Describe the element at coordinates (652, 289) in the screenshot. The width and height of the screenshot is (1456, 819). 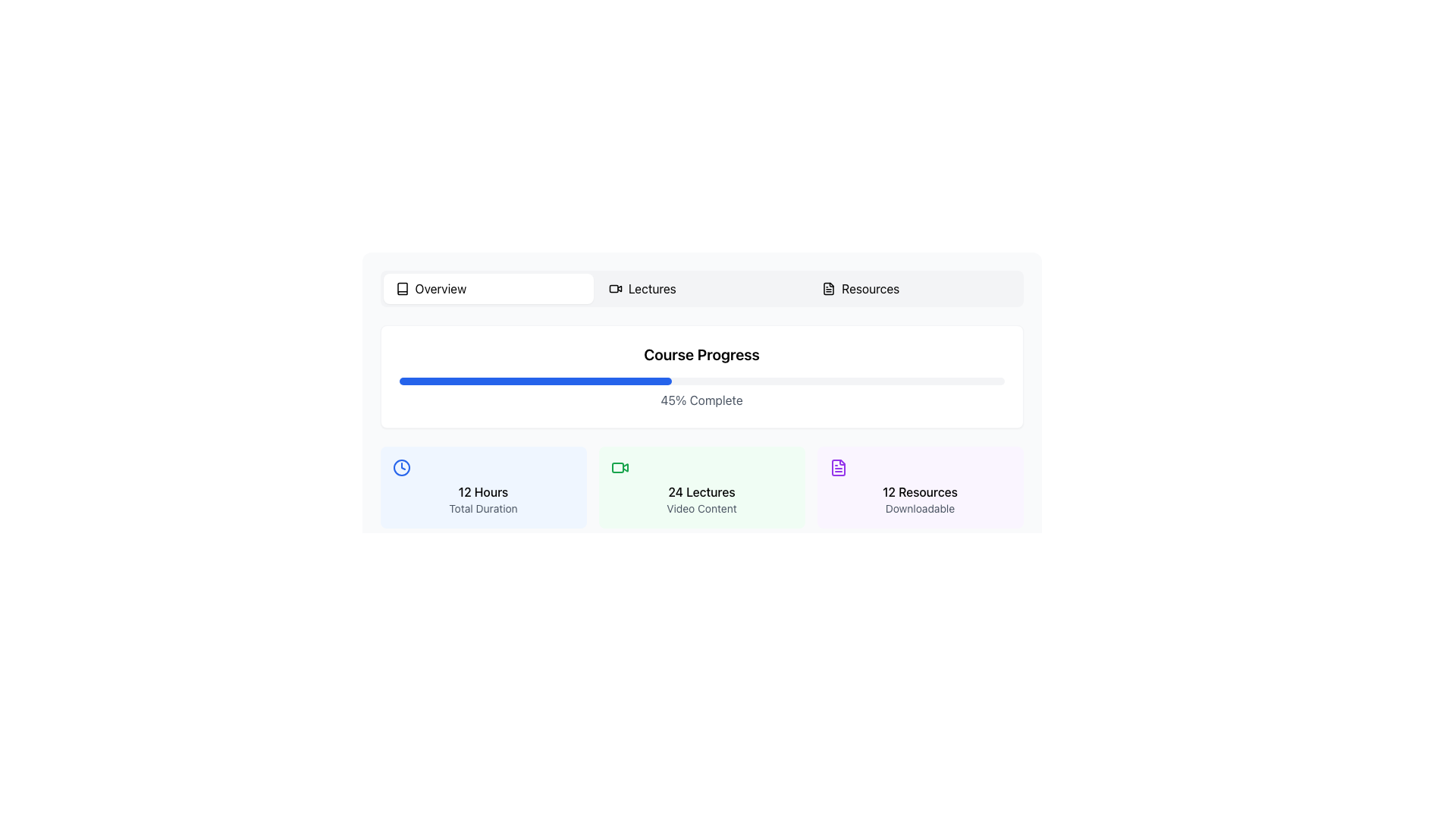
I see `the 'Lectures' label located on the header bar, positioned between the 'Overview' and 'Resources' options` at that location.